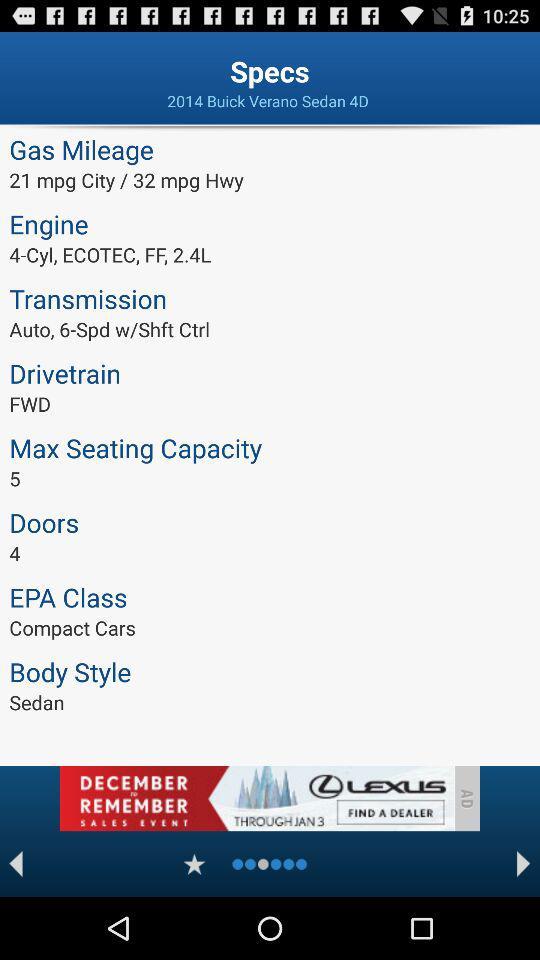 The image size is (540, 960). I want to click on backspace option, so click(15, 863).